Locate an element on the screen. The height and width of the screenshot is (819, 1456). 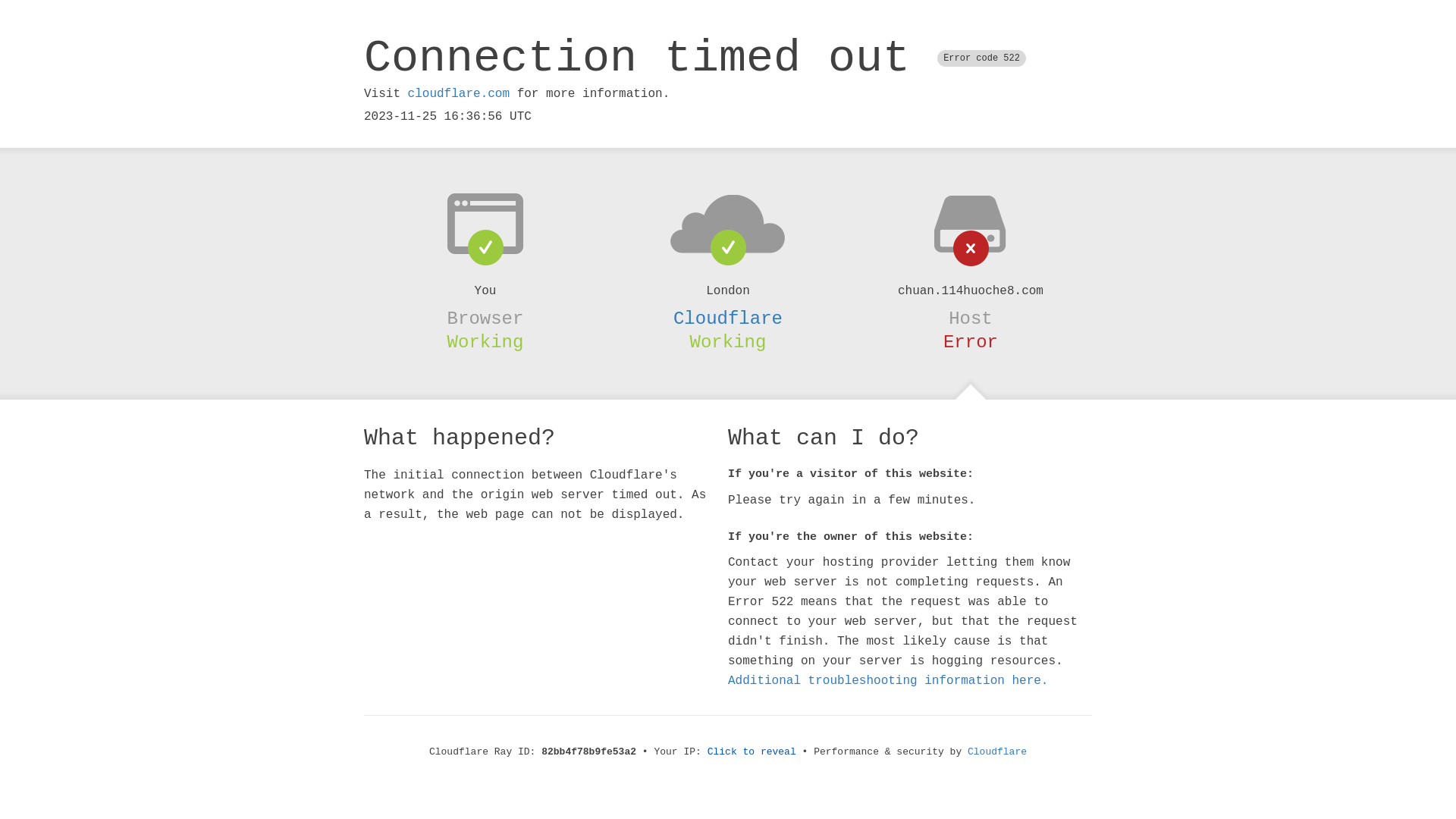
'cloudflare.com' is located at coordinates (407, 93).